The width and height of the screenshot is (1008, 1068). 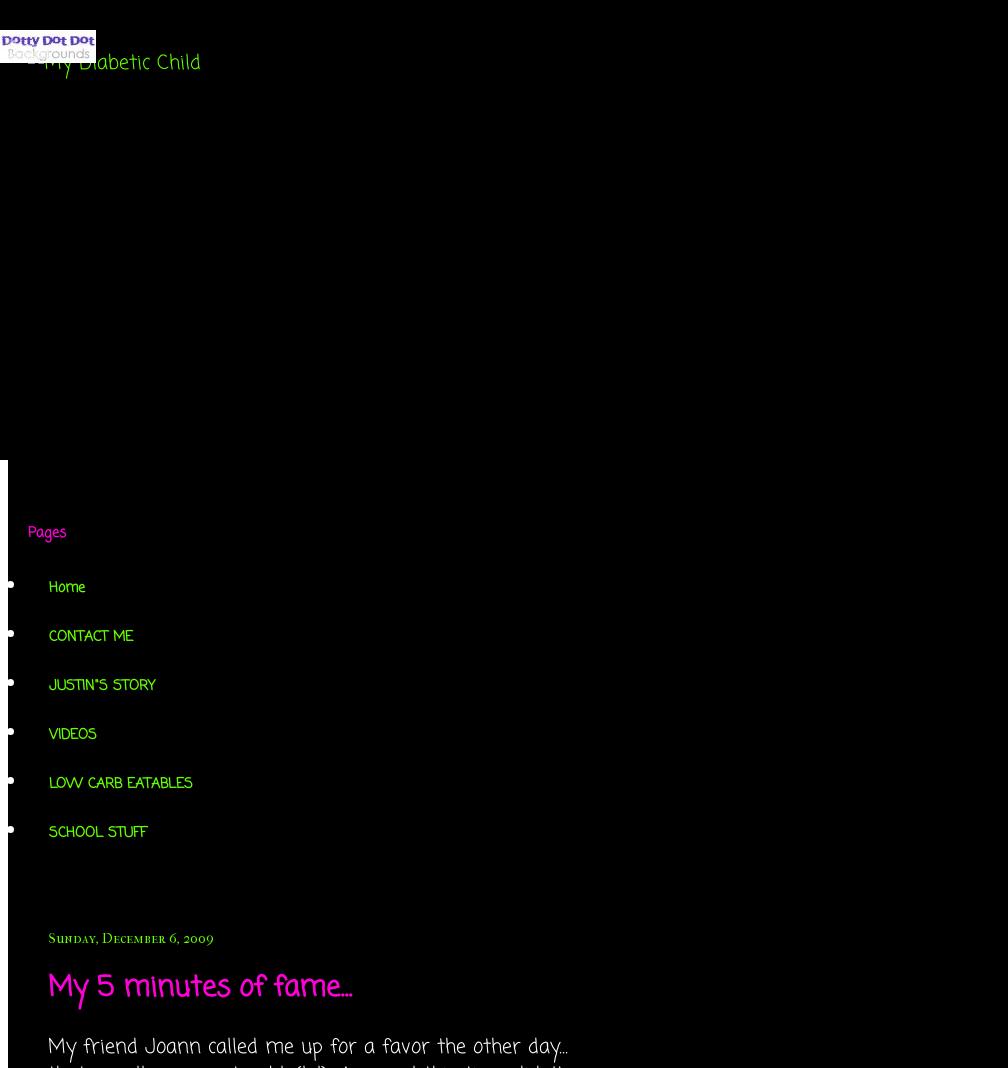 What do you see at coordinates (120, 784) in the screenshot?
I see `'LOW CARB EATABLES'` at bounding box center [120, 784].